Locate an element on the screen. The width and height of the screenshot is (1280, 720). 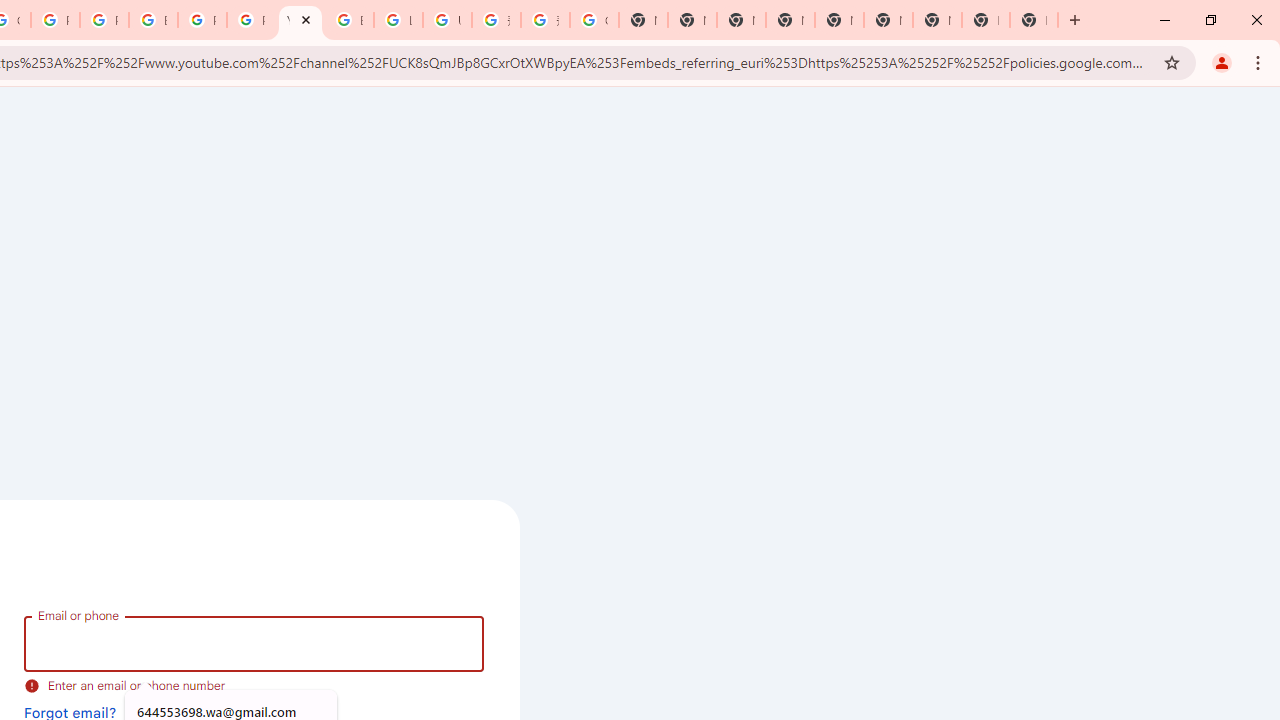
'YouTube' is located at coordinates (299, 20).